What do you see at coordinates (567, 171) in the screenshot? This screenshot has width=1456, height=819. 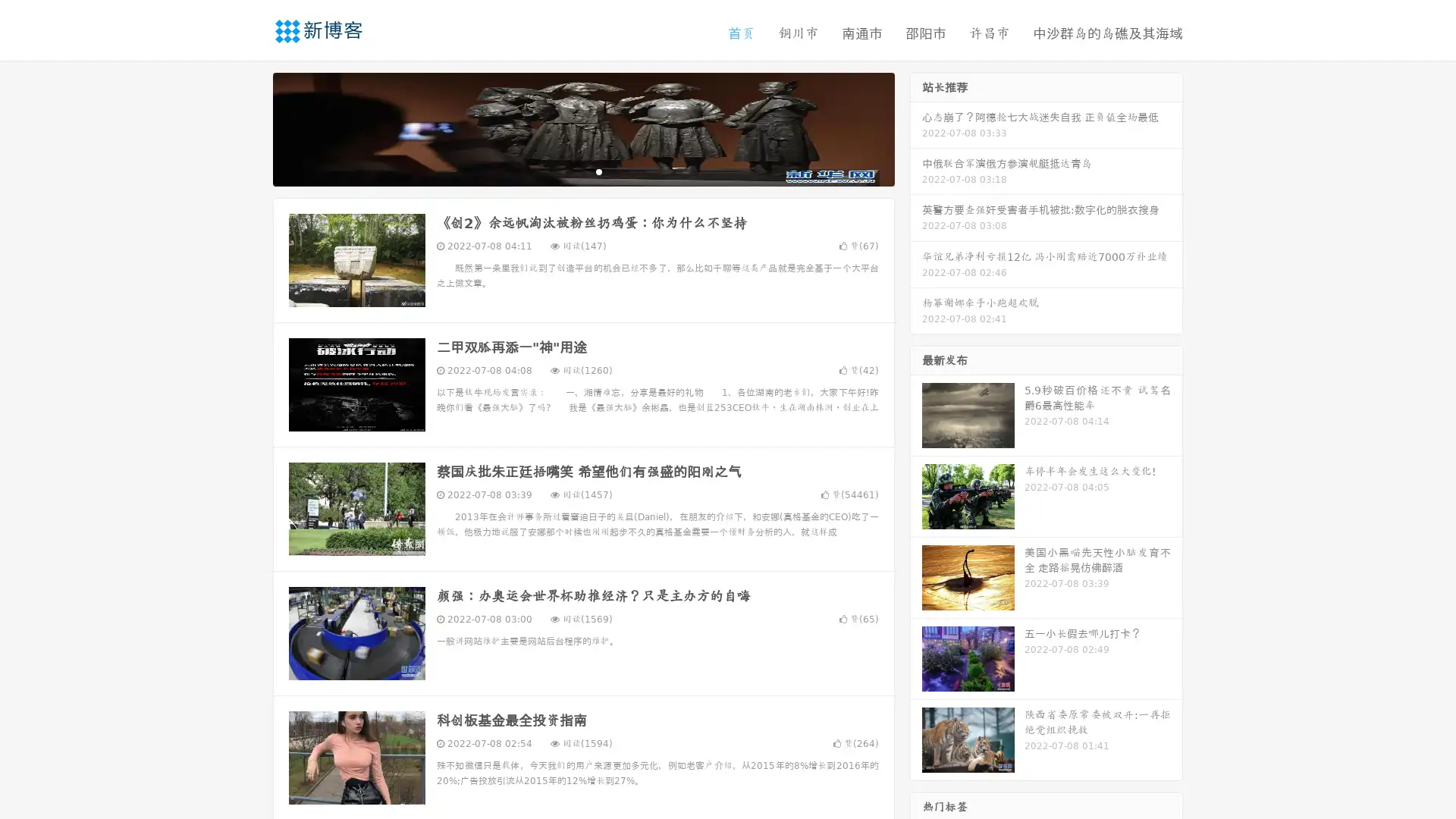 I see `Go to slide 1` at bounding box center [567, 171].